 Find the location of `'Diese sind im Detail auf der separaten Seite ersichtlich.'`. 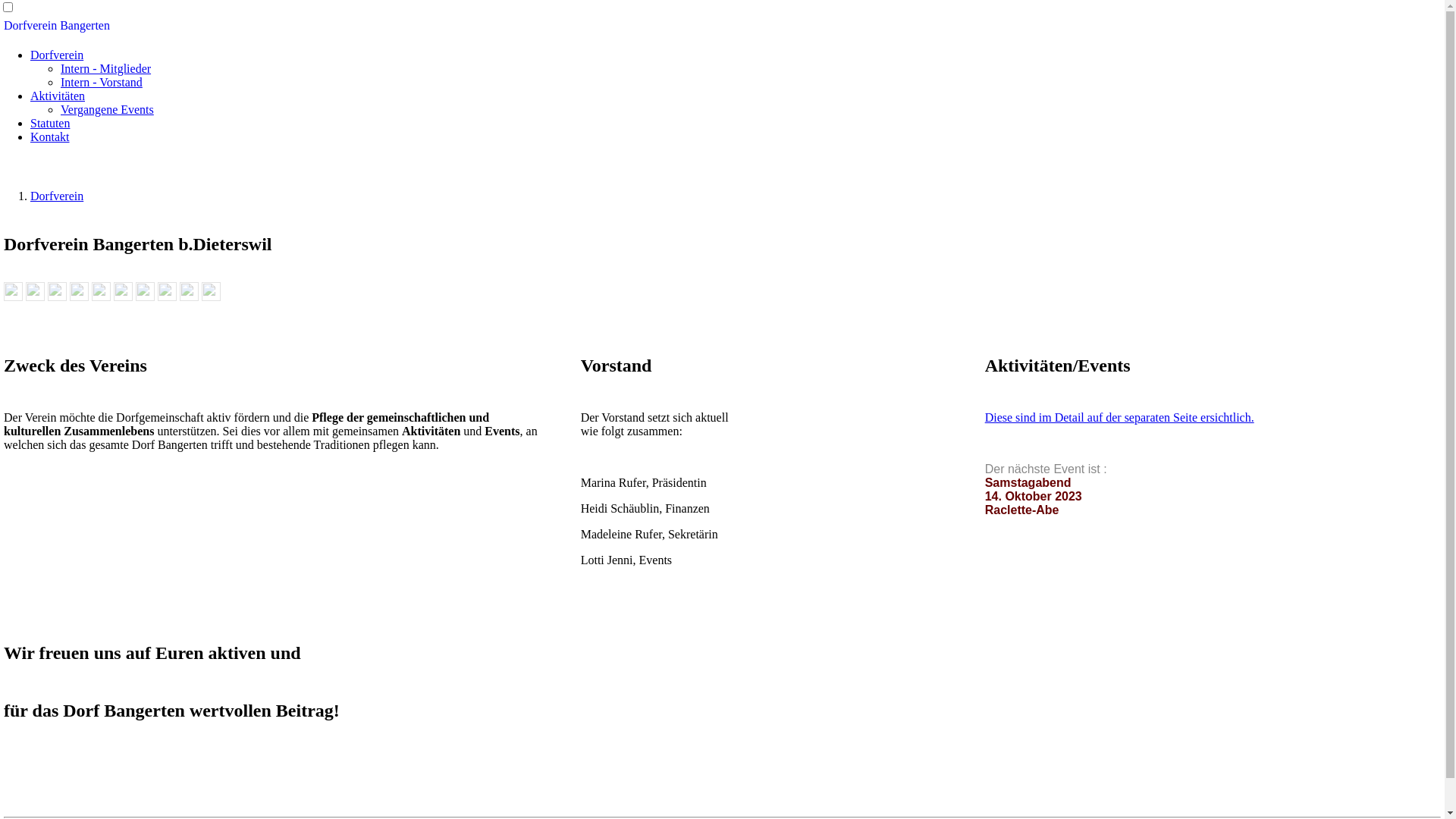

'Diese sind im Detail auf der separaten Seite ersichtlich.' is located at coordinates (1119, 417).